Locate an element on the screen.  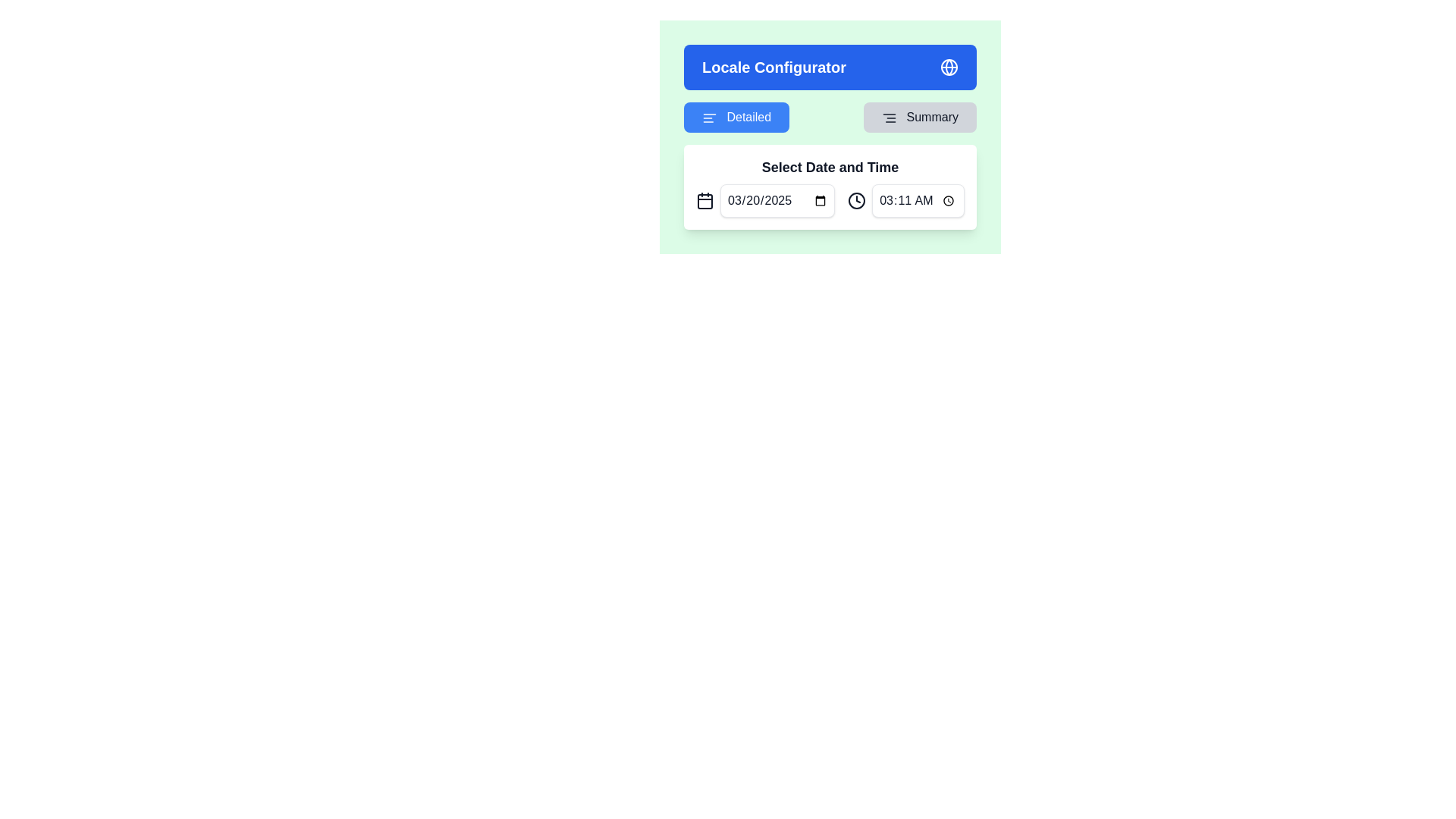
the SVG Circle element that represents part of the globe icon located on the right side of the blue header bar containing the text 'Locale Configurator' is located at coordinates (949, 66).